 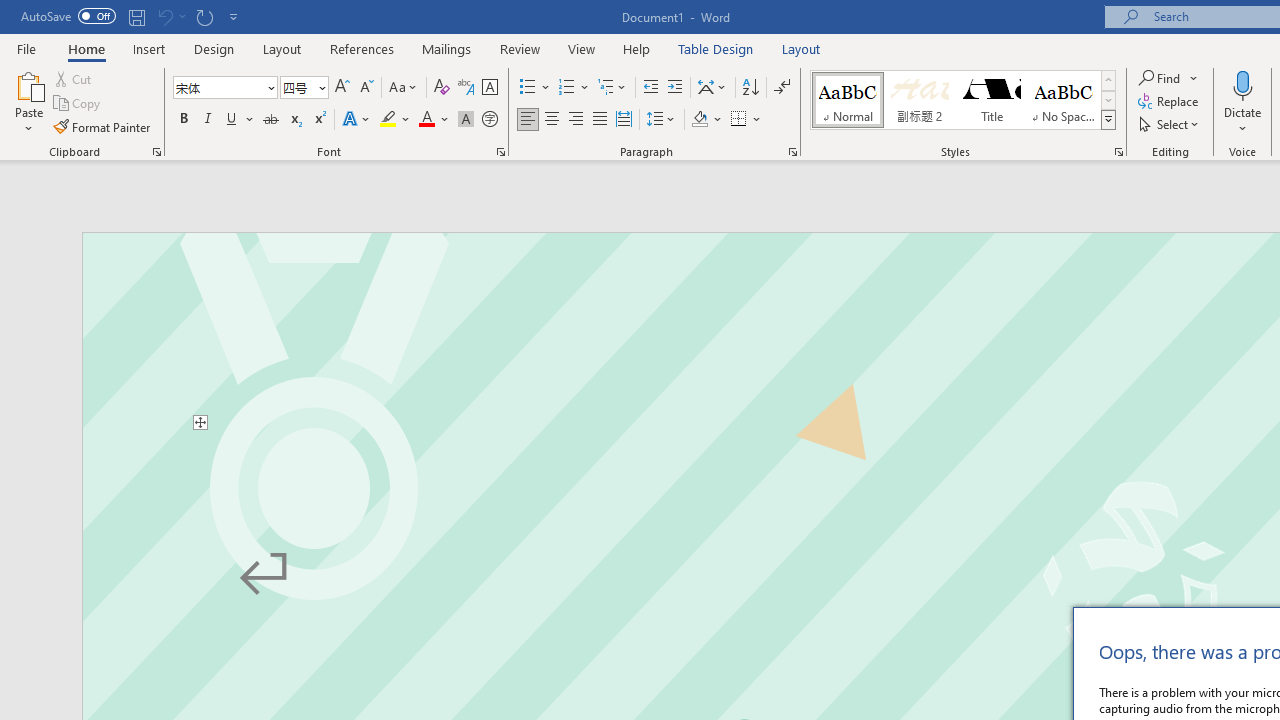 What do you see at coordinates (204, 16) in the screenshot?
I see `'Repeat Start Office Dictation'` at bounding box center [204, 16].